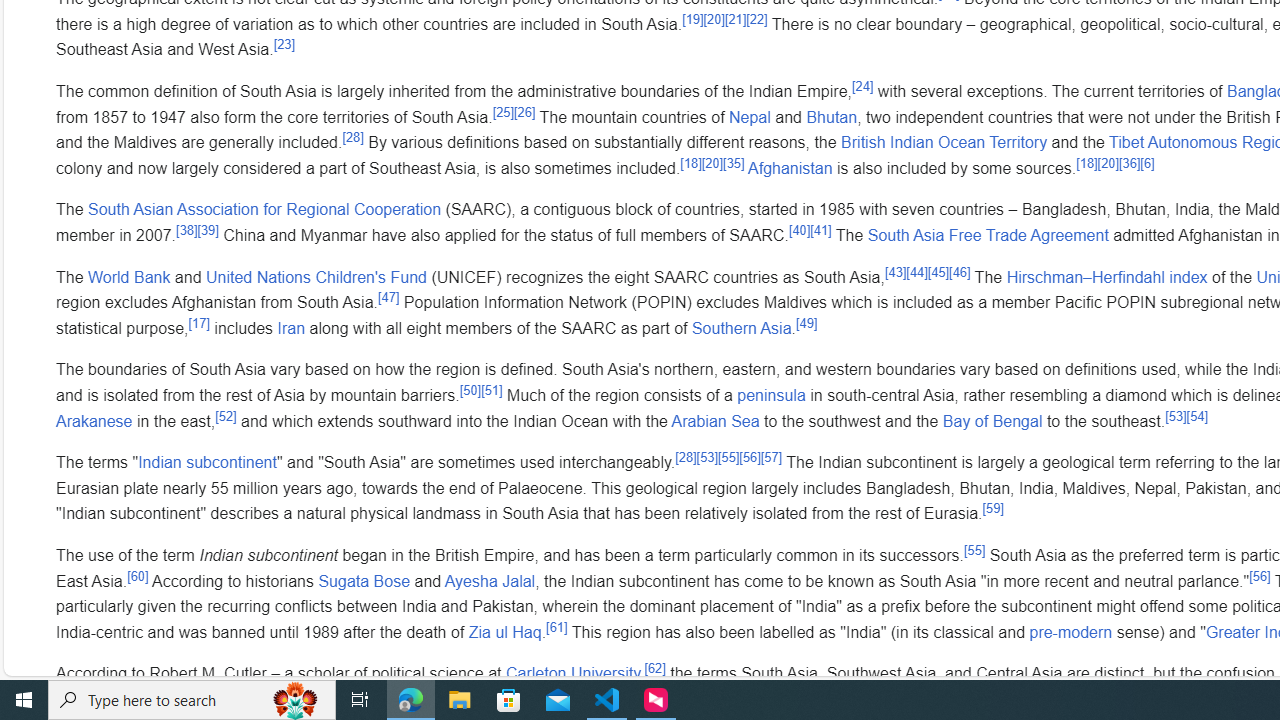 The height and width of the screenshot is (720, 1280). What do you see at coordinates (960, 272) in the screenshot?
I see `'[46]'` at bounding box center [960, 272].